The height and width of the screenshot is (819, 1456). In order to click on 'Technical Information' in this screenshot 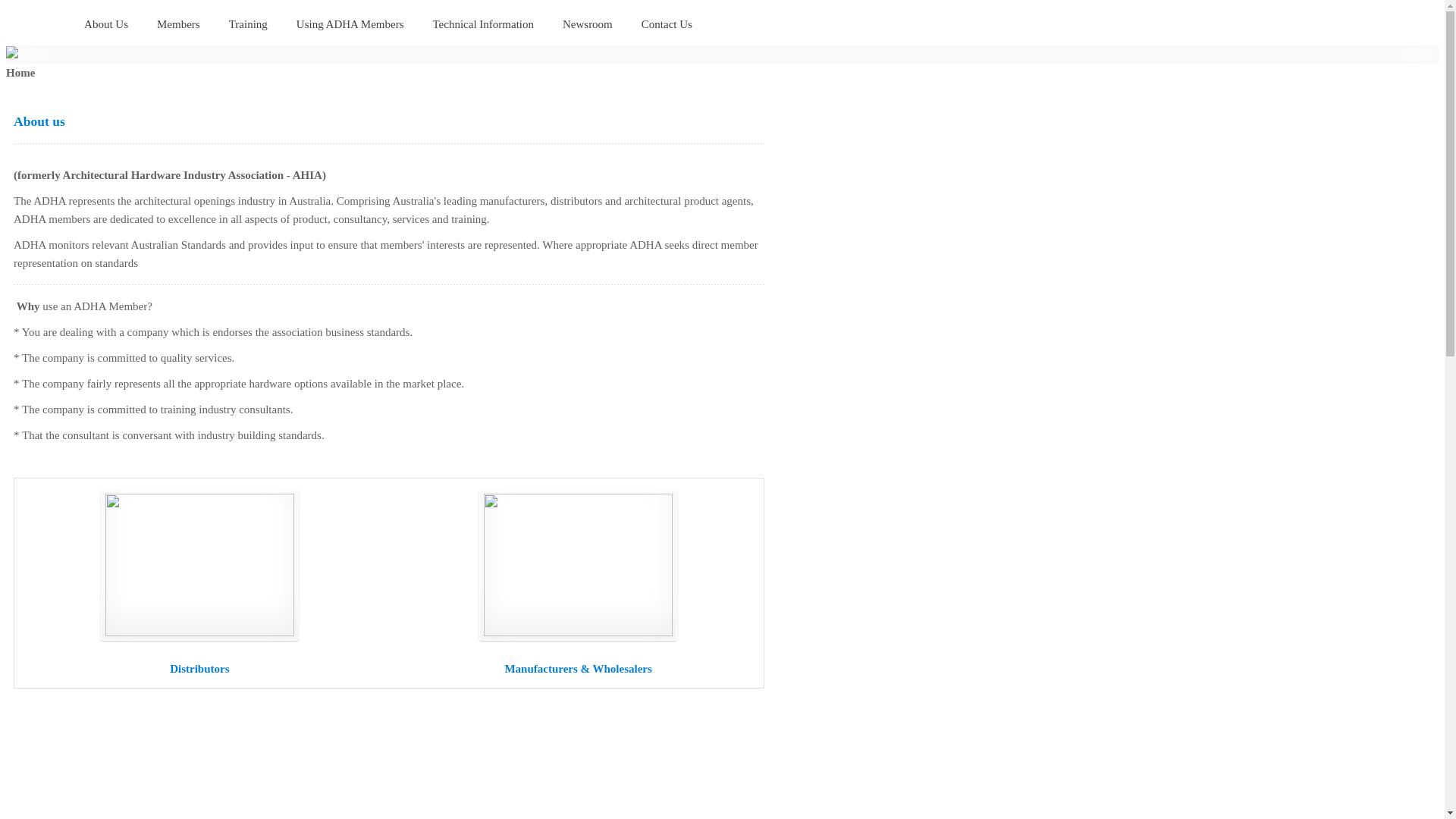, I will do `click(482, 25)`.